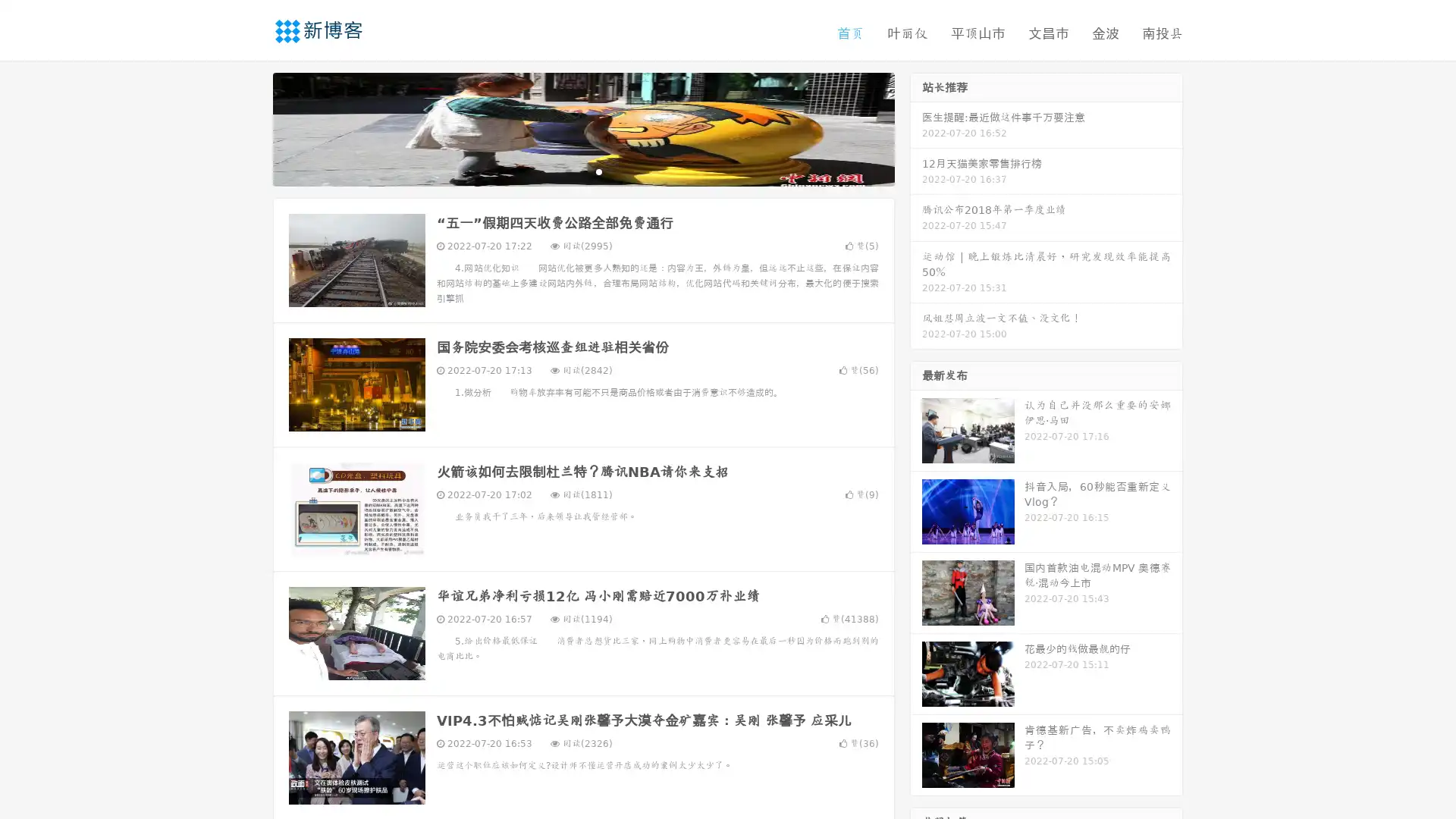 This screenshot has height=819, width=1456. Describe the element at coordinates (250, 127) in the screenshot. I see `Previous slide` at that location.